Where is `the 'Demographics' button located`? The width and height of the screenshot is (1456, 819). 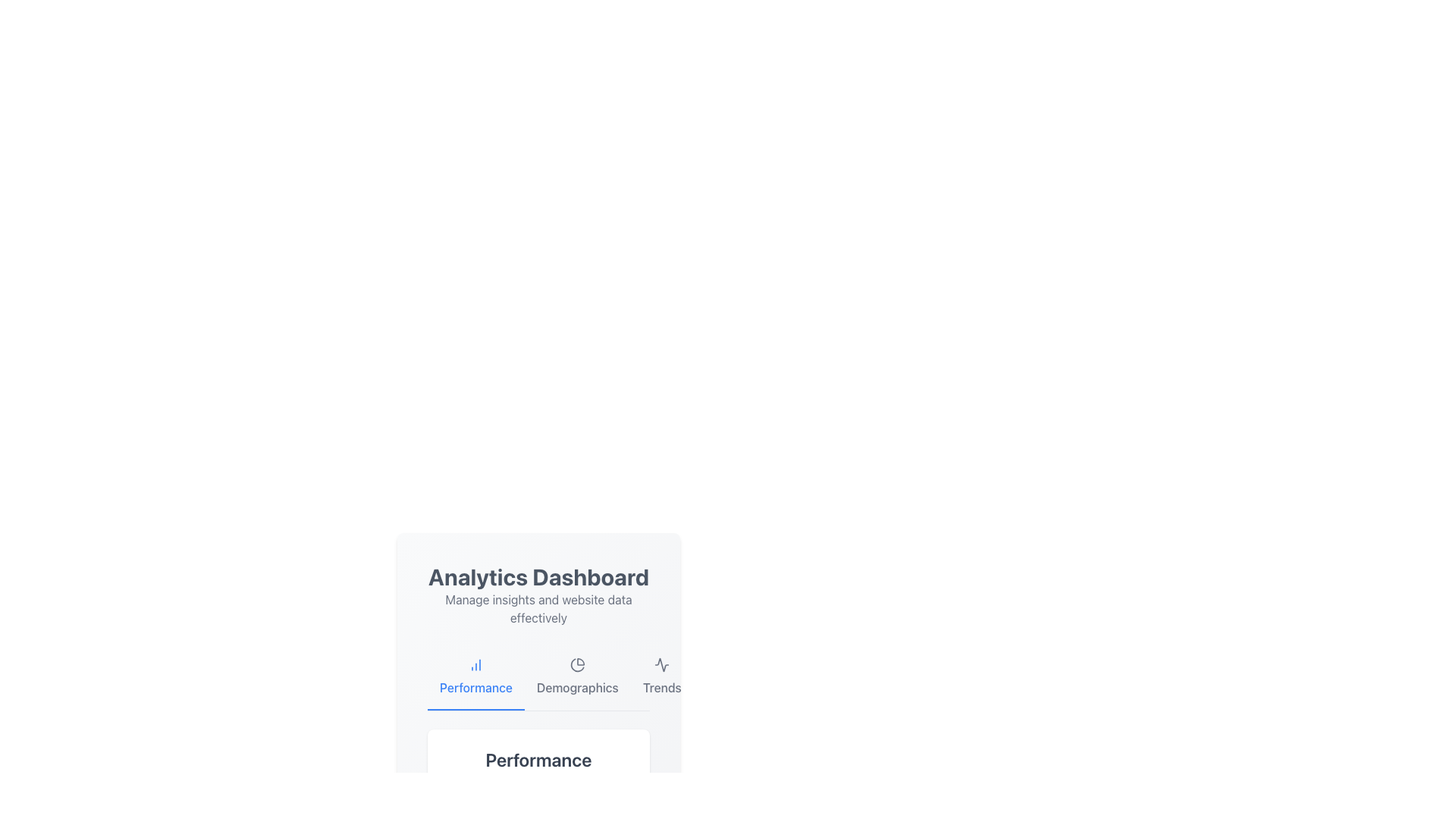 the 'Demographics' button located is located at coordinates (576, 677).